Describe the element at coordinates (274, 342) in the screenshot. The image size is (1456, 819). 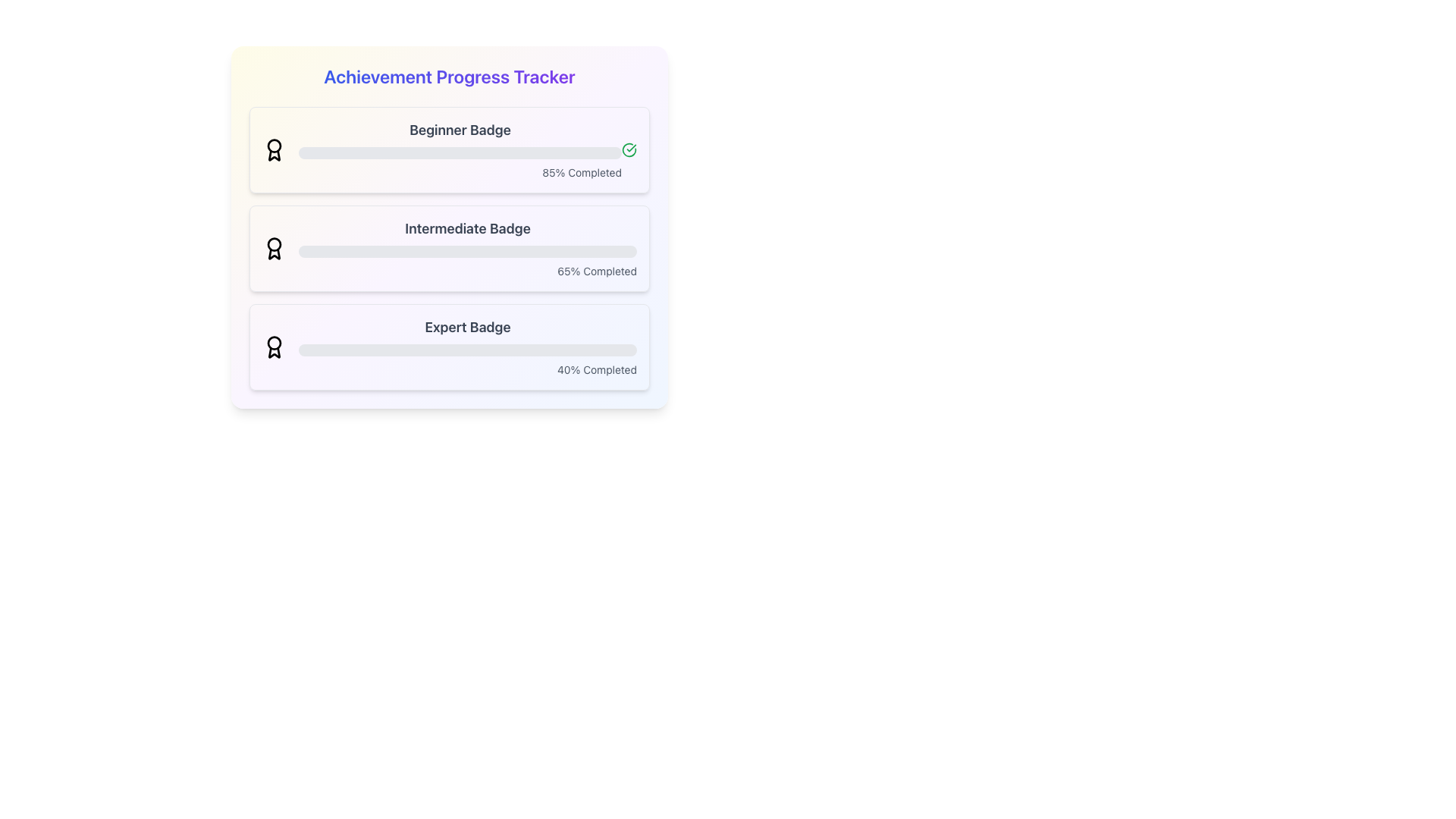
I see `the central circular part of the medal icon within the third row labeled as 'Expert Badge' to interact with it` at that location.